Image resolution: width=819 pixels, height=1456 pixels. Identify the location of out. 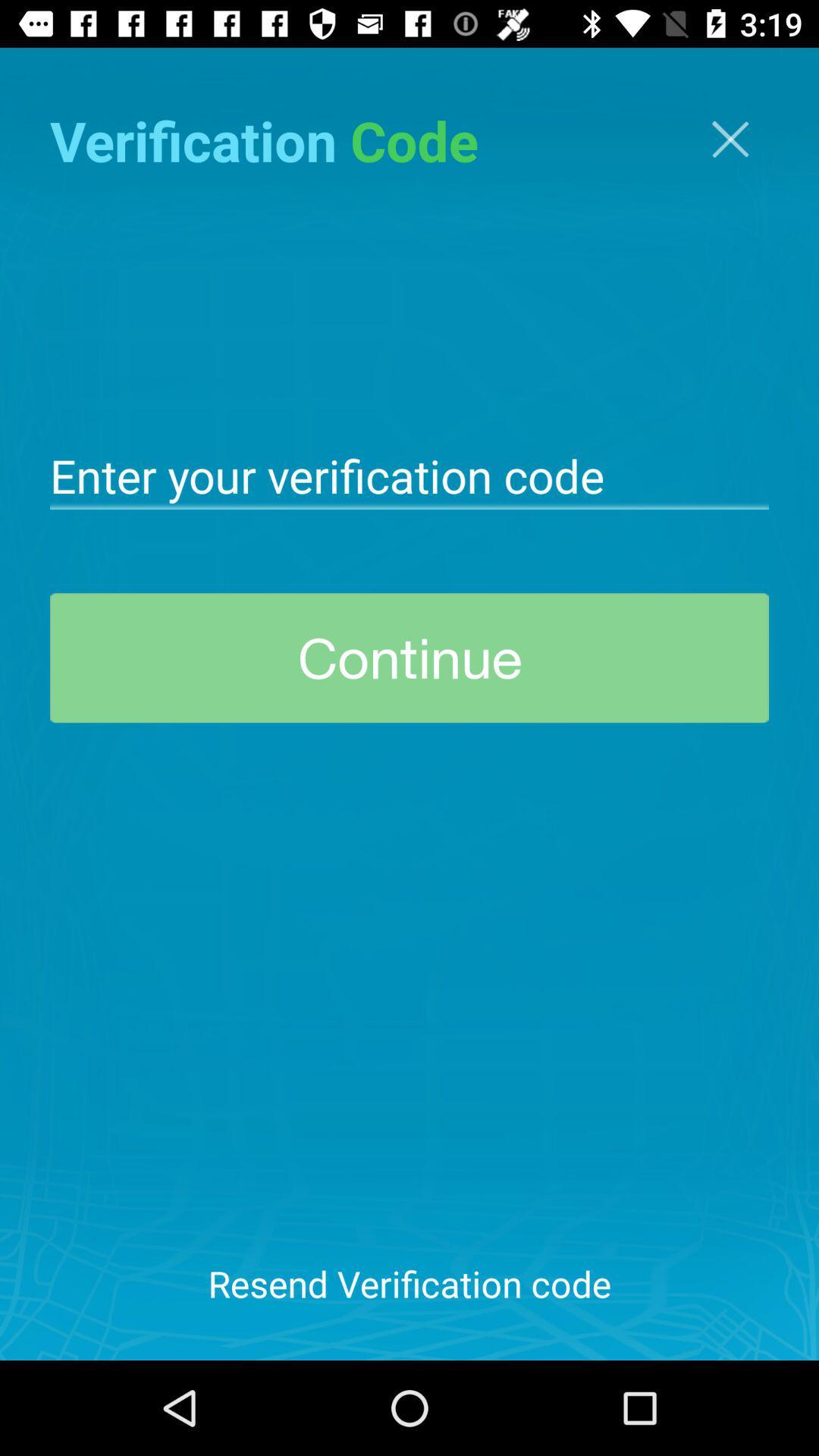
(730, 139).